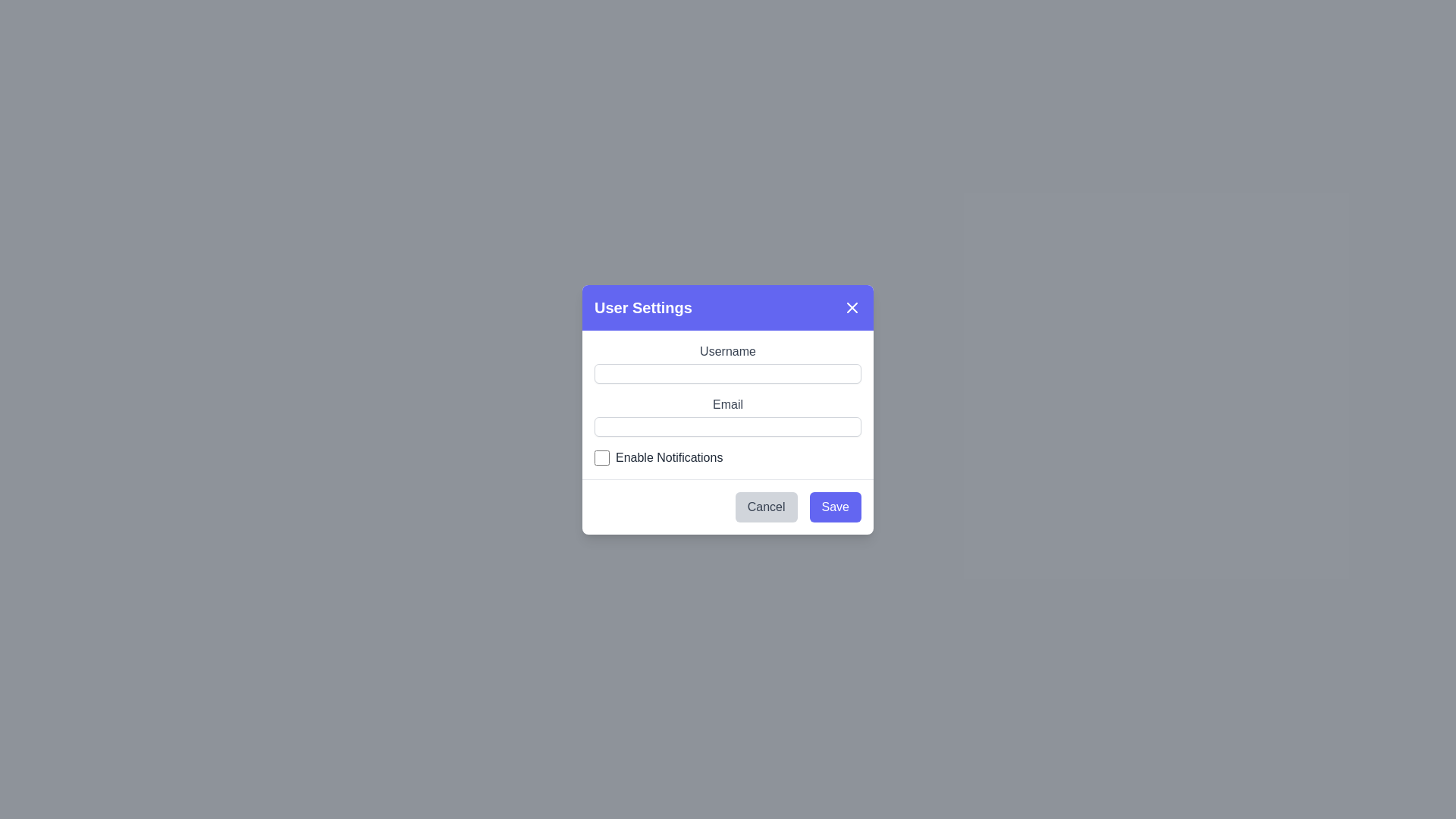  Describe the element at coordinates (852, 307) in the screenshot. I see `the Close button (an 'X' shaped SVG icon located in the top-right corner of the 'User Settings' modal's header)` at that location.